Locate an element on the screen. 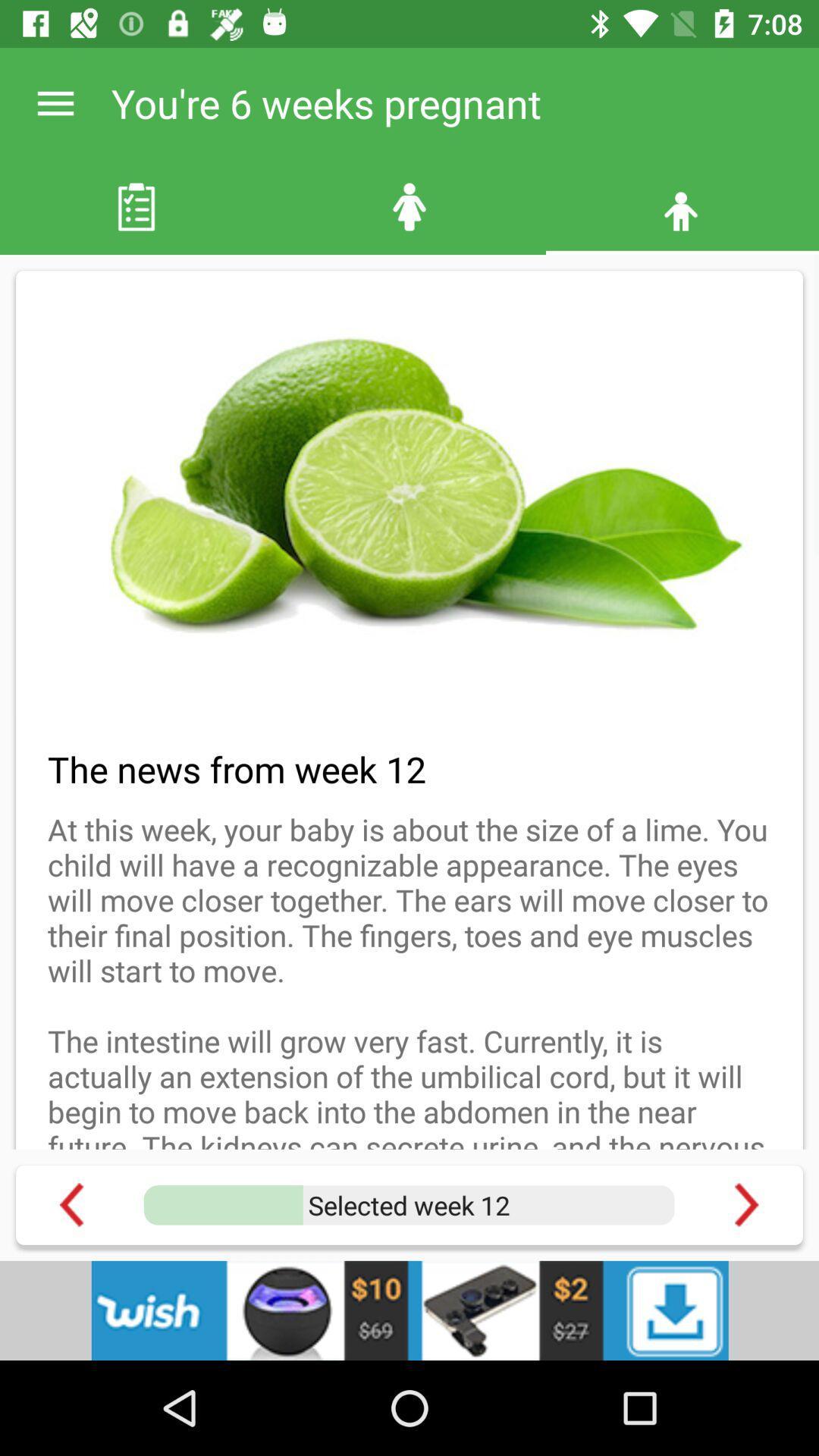  previous page is located at coordinates (71, 1204).